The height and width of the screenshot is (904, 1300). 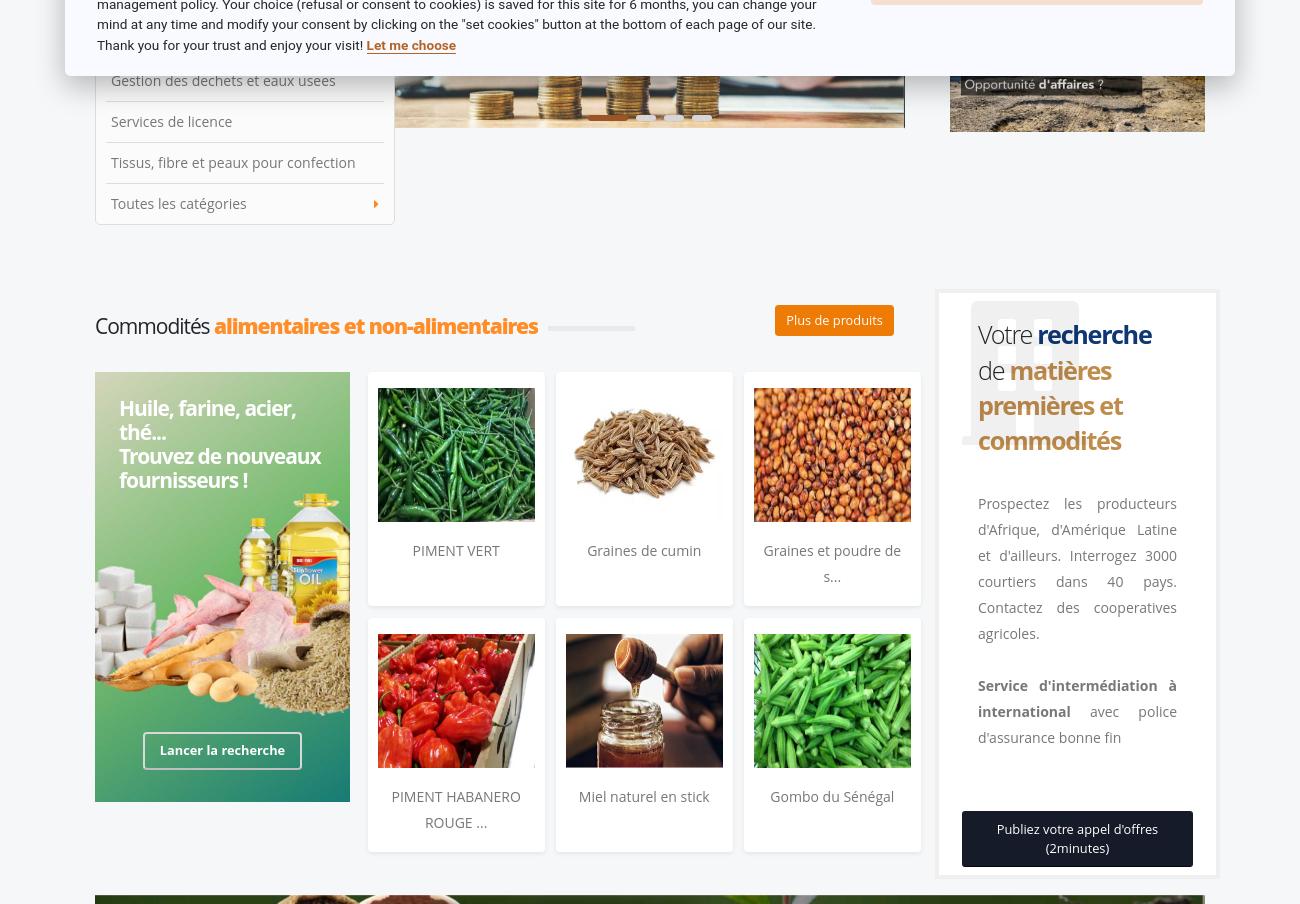 I want to click on 'Huile, farine, acier, thé...', so click(x=207, y=419).